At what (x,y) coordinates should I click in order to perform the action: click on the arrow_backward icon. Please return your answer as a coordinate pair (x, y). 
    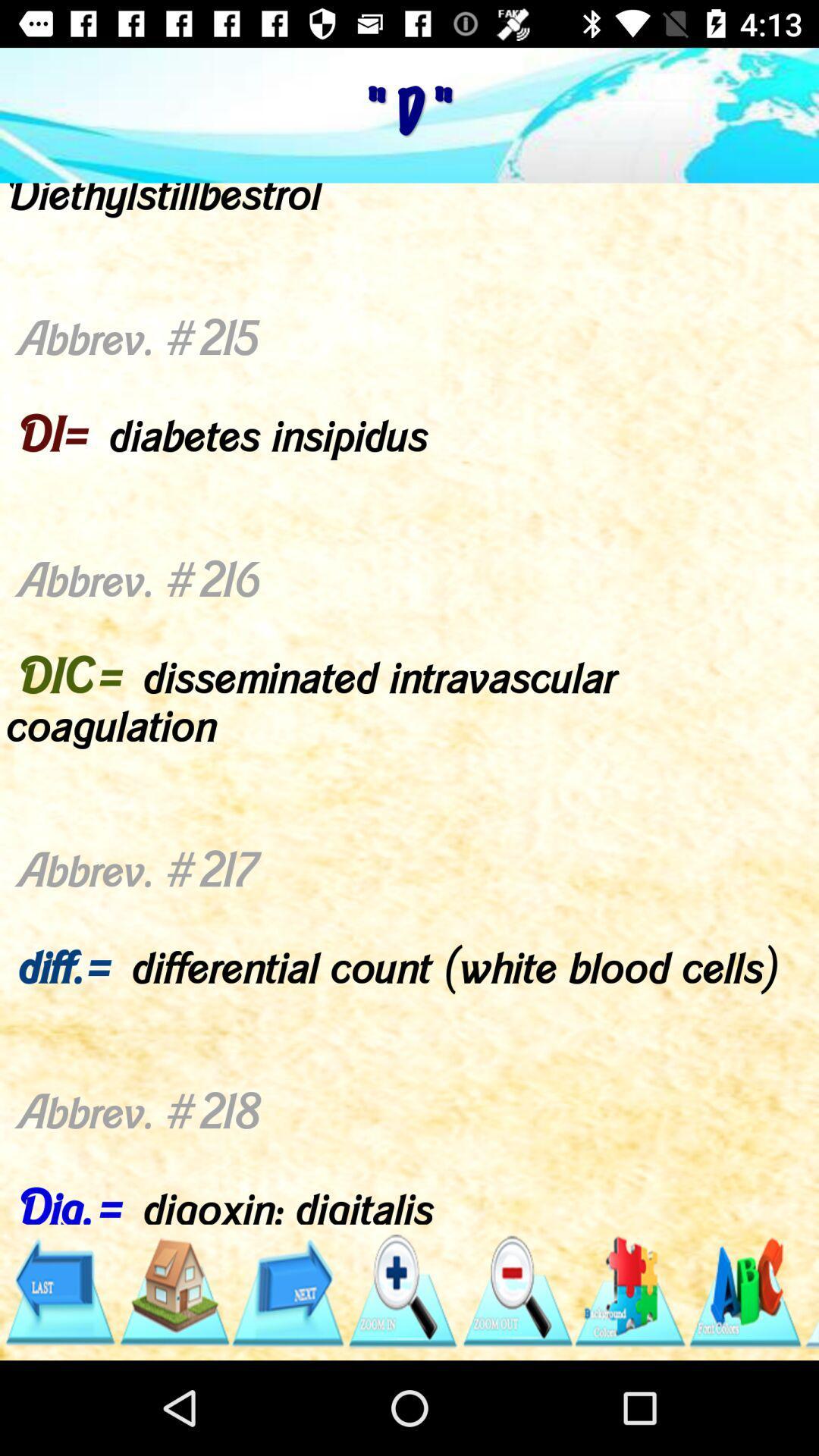
    Looking at the image, I should click on (58, 1291).